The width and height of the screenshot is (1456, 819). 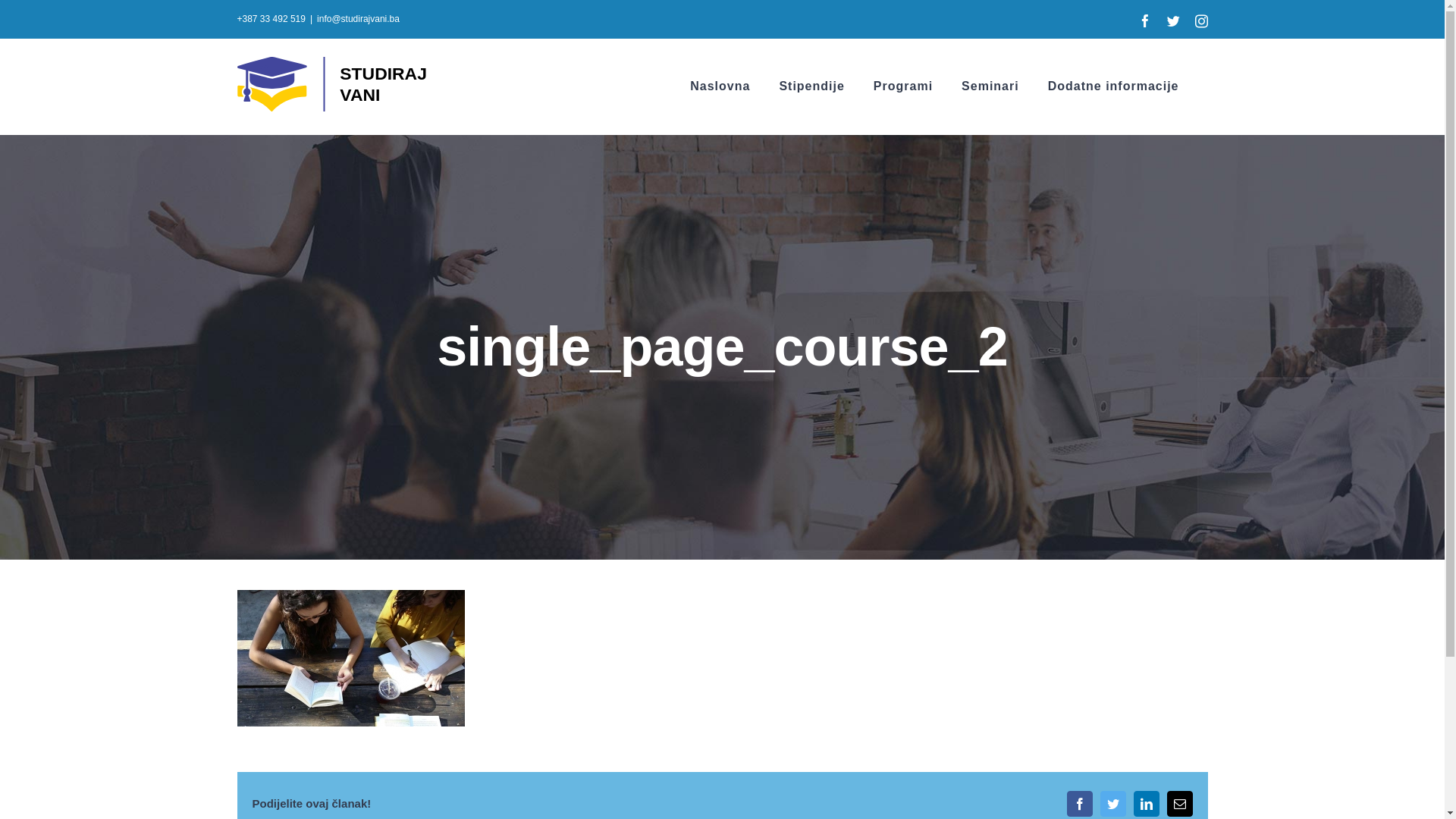 What do you see at coordinates (719, 86) in the screenshot?
I see `'Naslovna'` at bounding box center [719, 86].